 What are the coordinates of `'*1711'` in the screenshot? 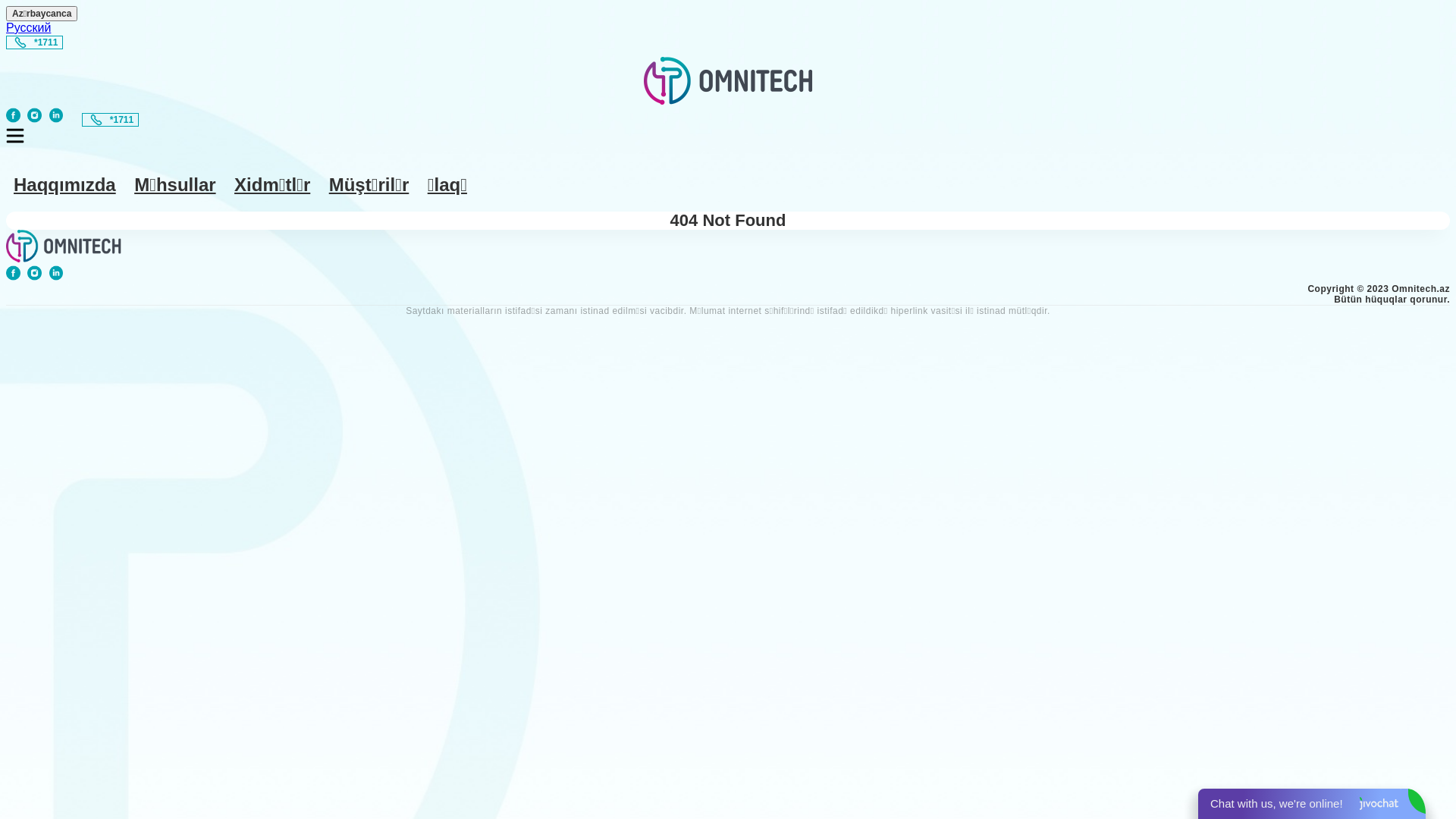 It's located at (34, 42).